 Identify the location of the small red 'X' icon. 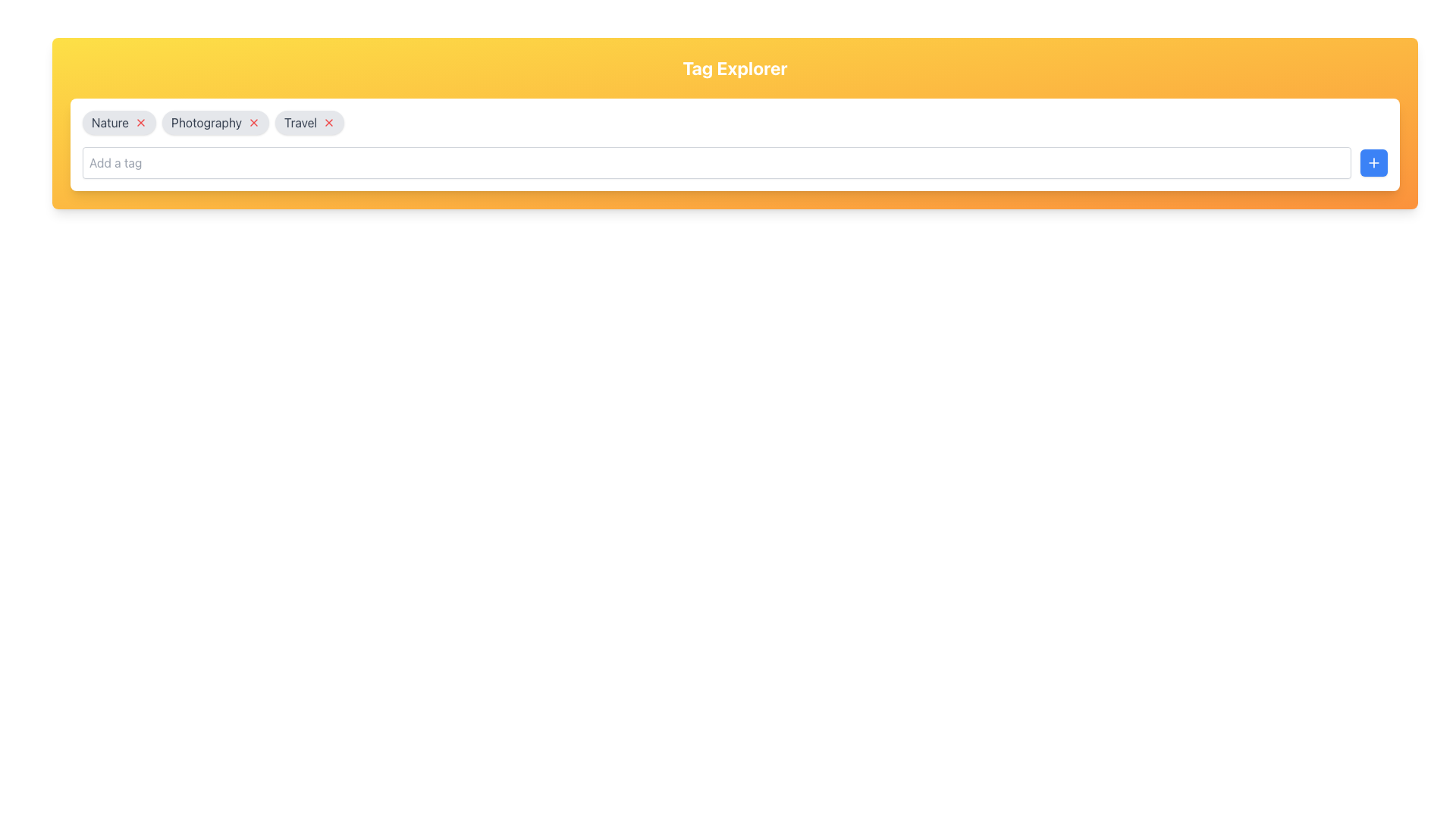
(328, 122).